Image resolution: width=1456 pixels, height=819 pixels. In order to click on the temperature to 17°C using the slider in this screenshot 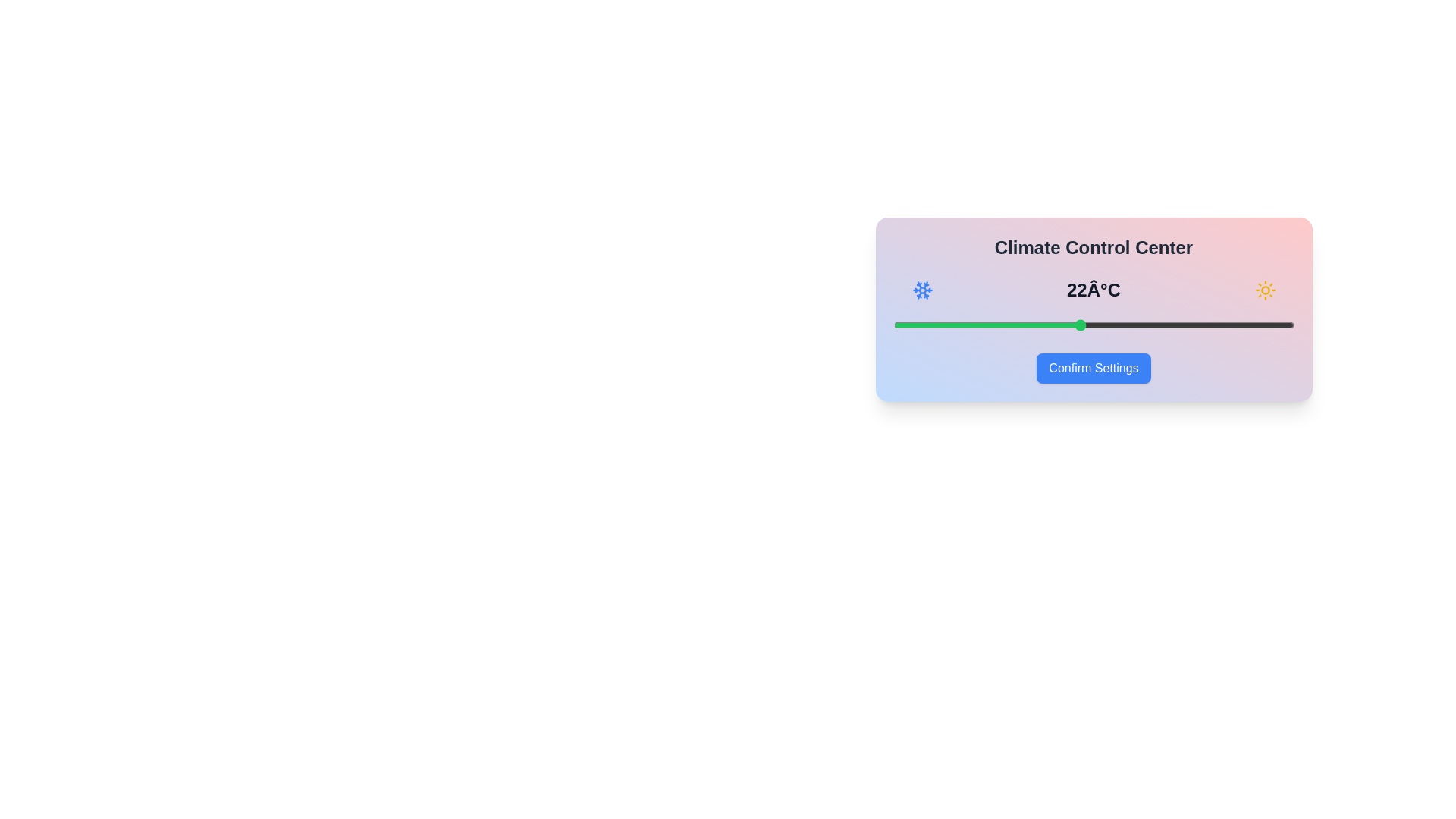, I will do `click(946, 324)`.